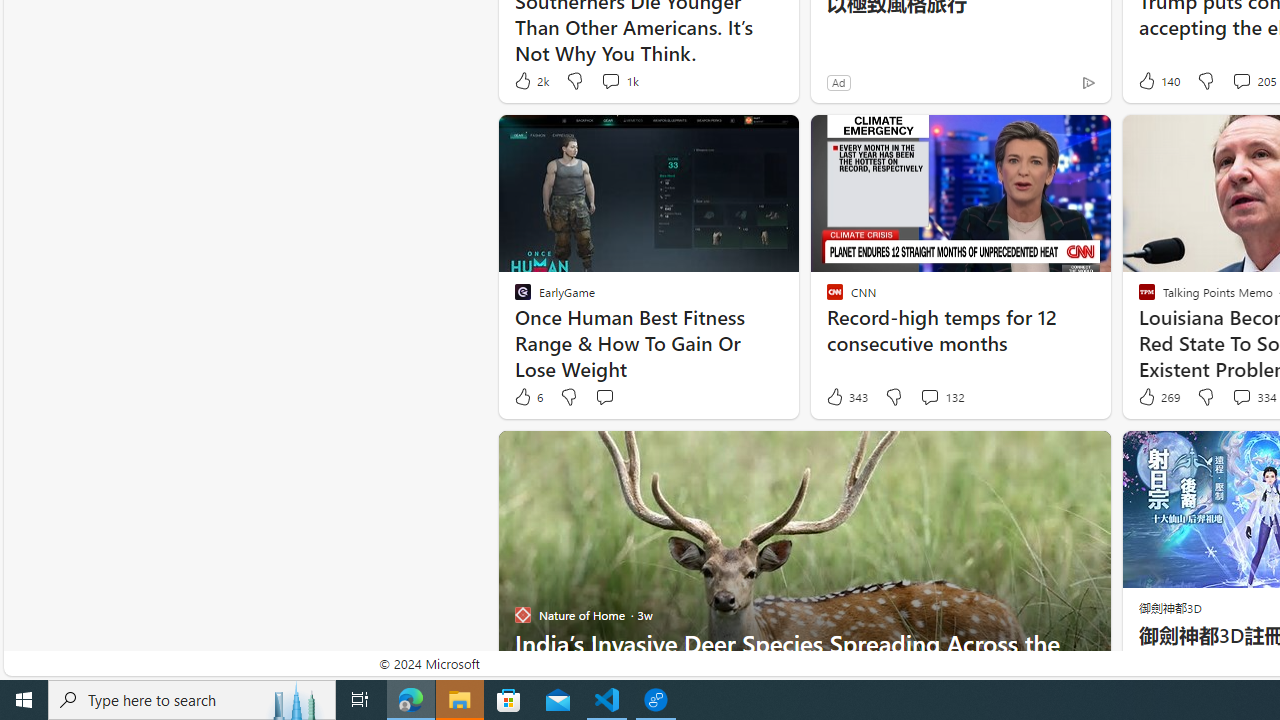  Describe the element at coordinates (846, 397) in the screenshot. I see `'343 Like'` at that location.